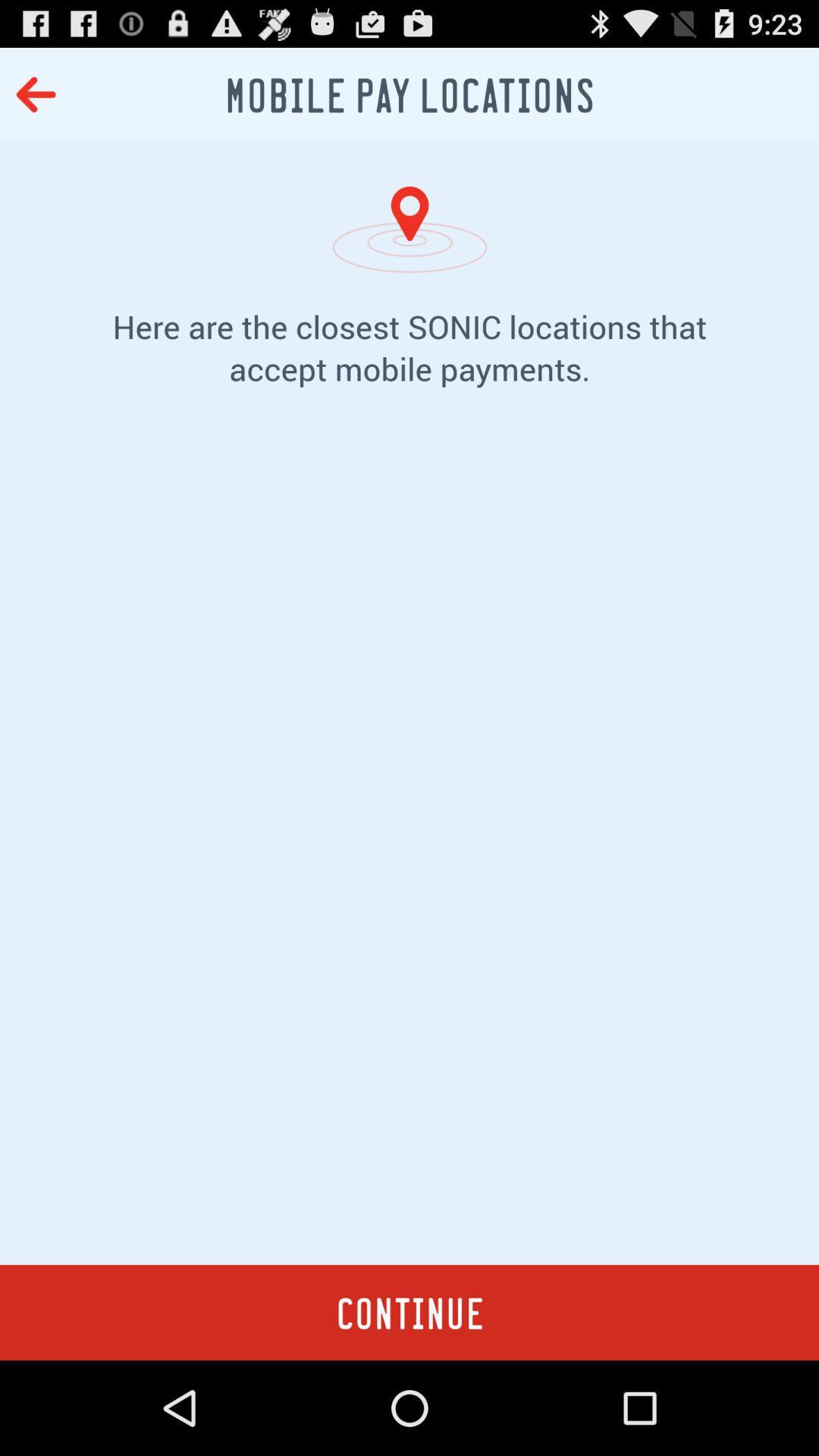  What do you see at coordinates (409, 849) in the screenshot?
I see `the icon at the center` at bounding box center [409, 849].